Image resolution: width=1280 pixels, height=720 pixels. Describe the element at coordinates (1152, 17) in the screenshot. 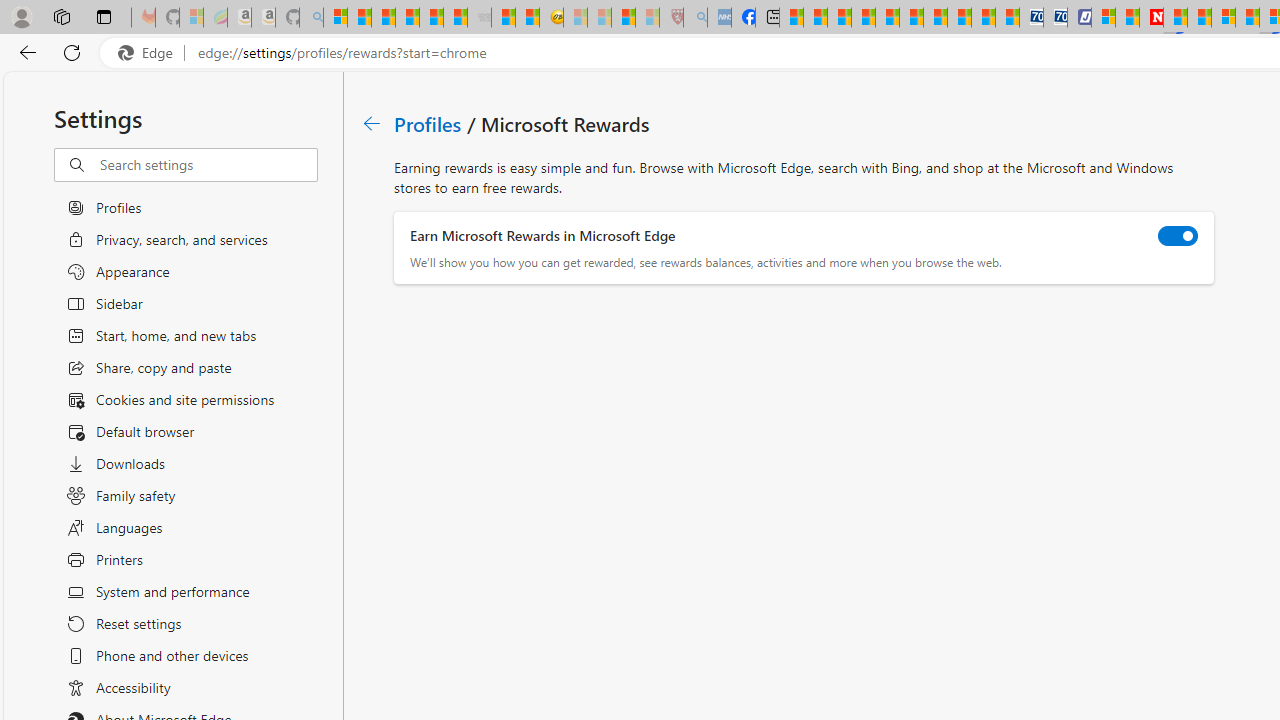

I see `'Latest Politics News & Archive | Newsweek.com'` at that location.